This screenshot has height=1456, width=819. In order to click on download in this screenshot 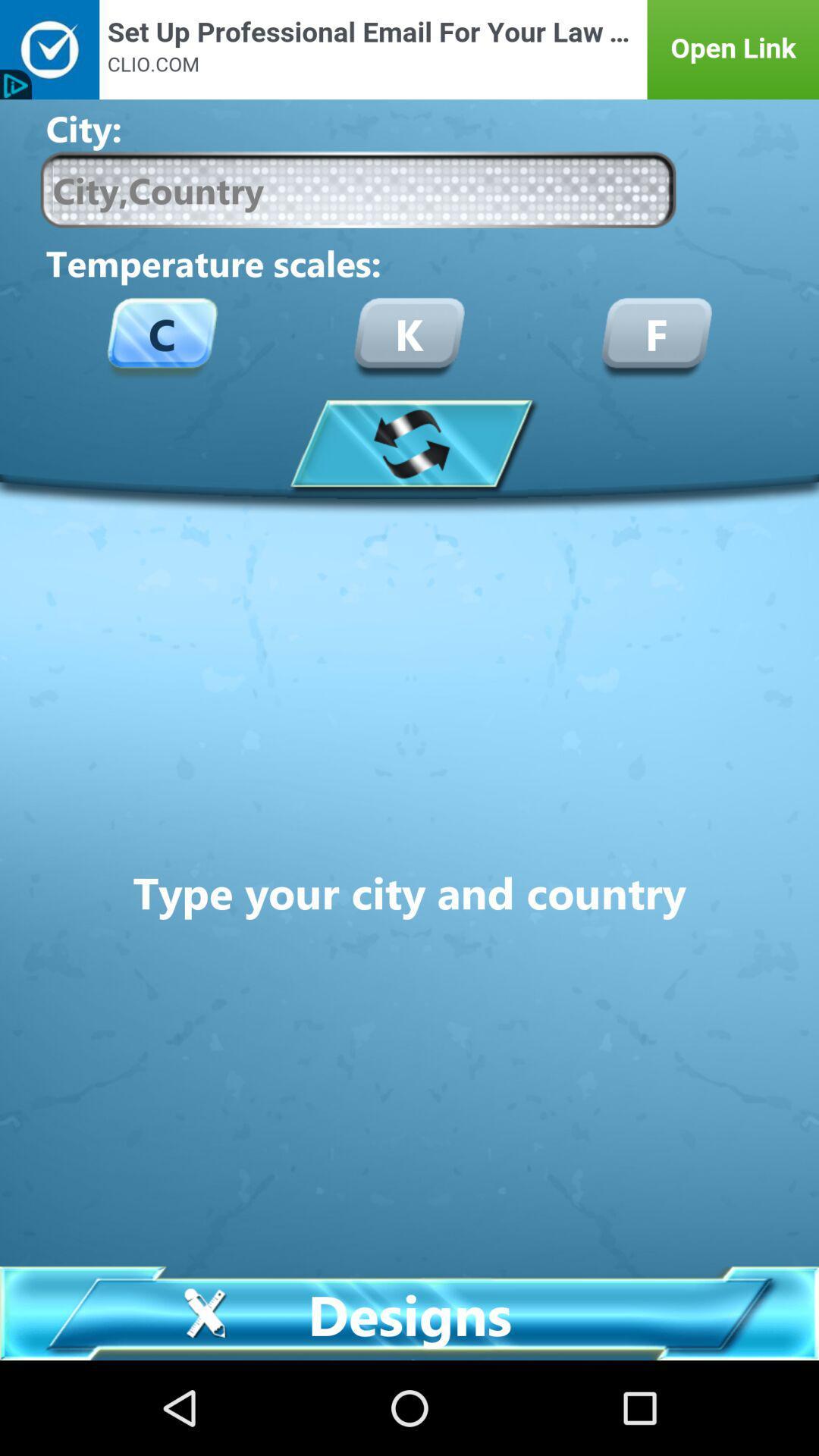, I will do `click(409, 442)`.